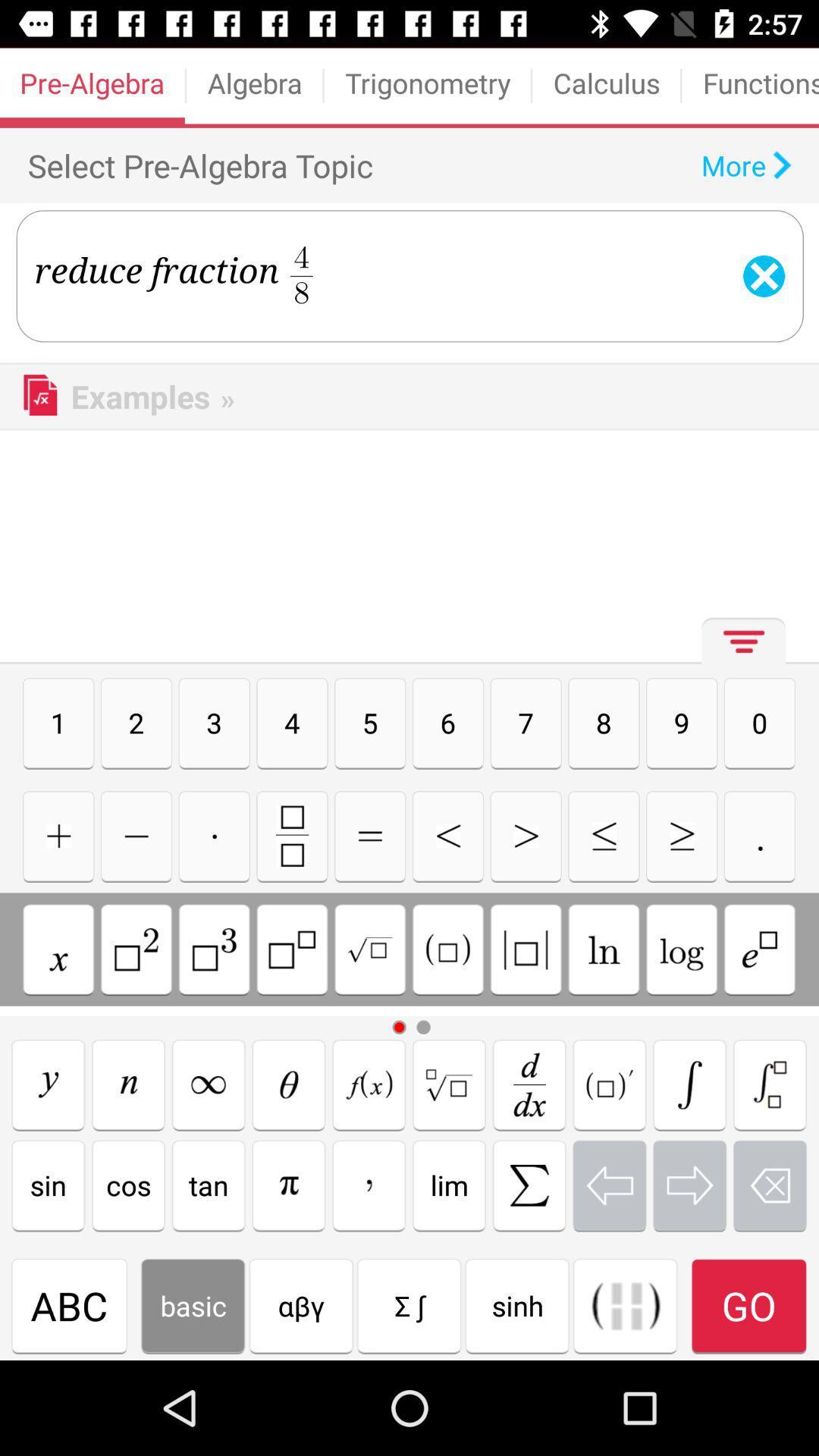 This screenshot has height=1456, width=819. Describe the element at coordinates (58, 949) in the screenshot. I see `insert x variable` at that location.